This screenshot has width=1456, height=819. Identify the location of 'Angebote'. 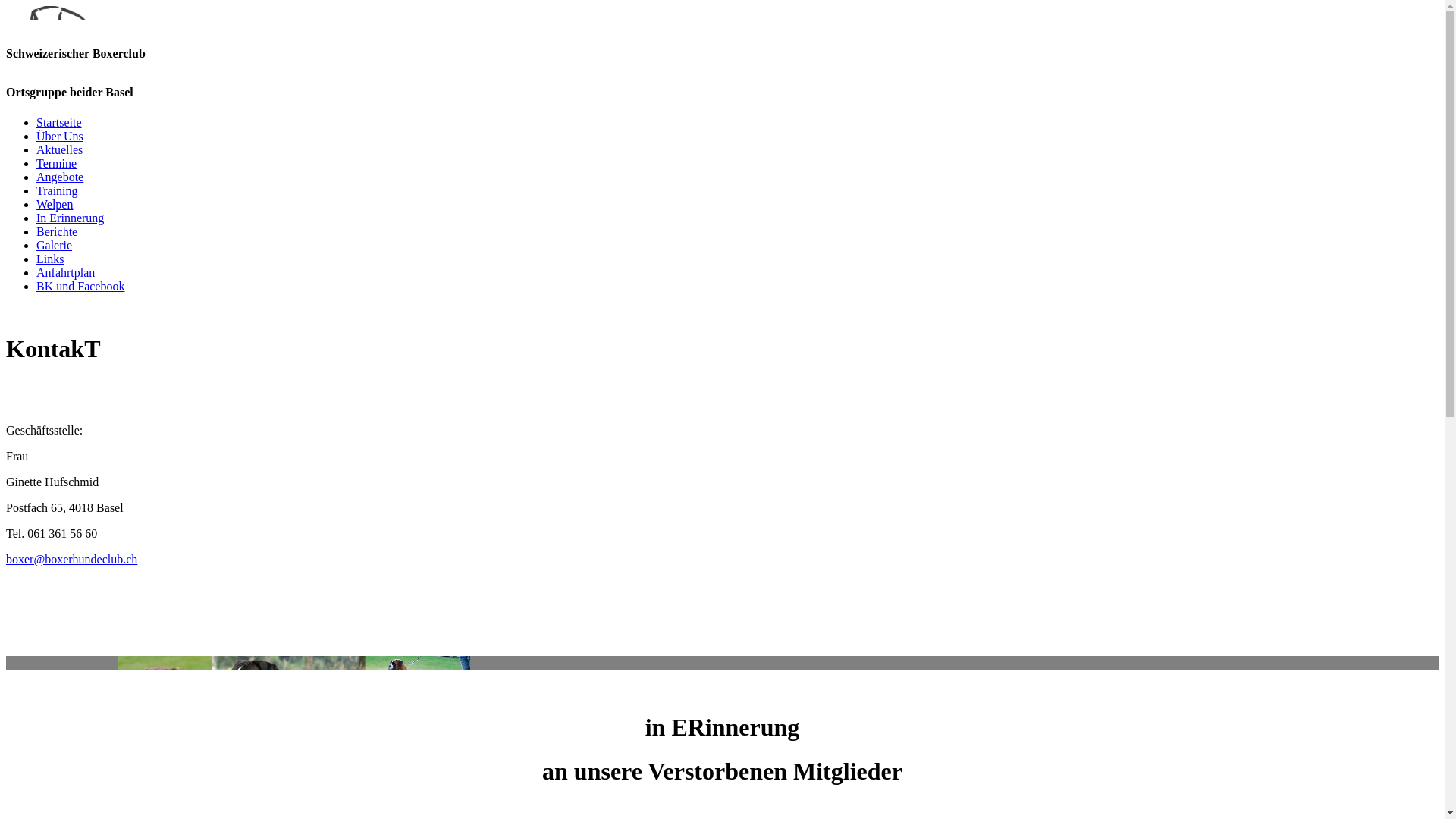
(59, 176).